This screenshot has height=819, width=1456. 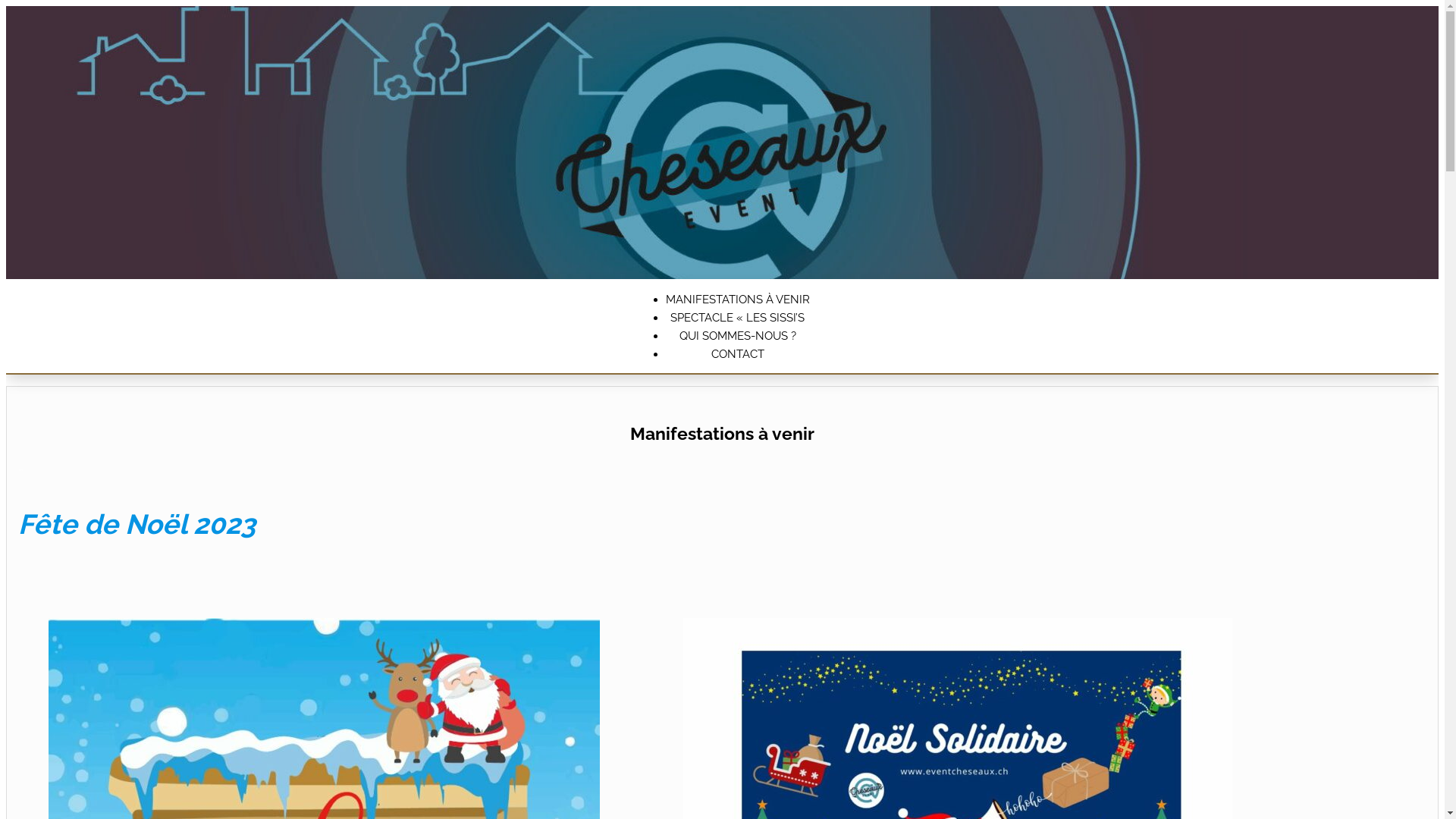 What do you see at coordinates (738, 335) in the screenshot?
I see `'QUI SOMMES-NOUS ?'` at bounding box center [738, 335].